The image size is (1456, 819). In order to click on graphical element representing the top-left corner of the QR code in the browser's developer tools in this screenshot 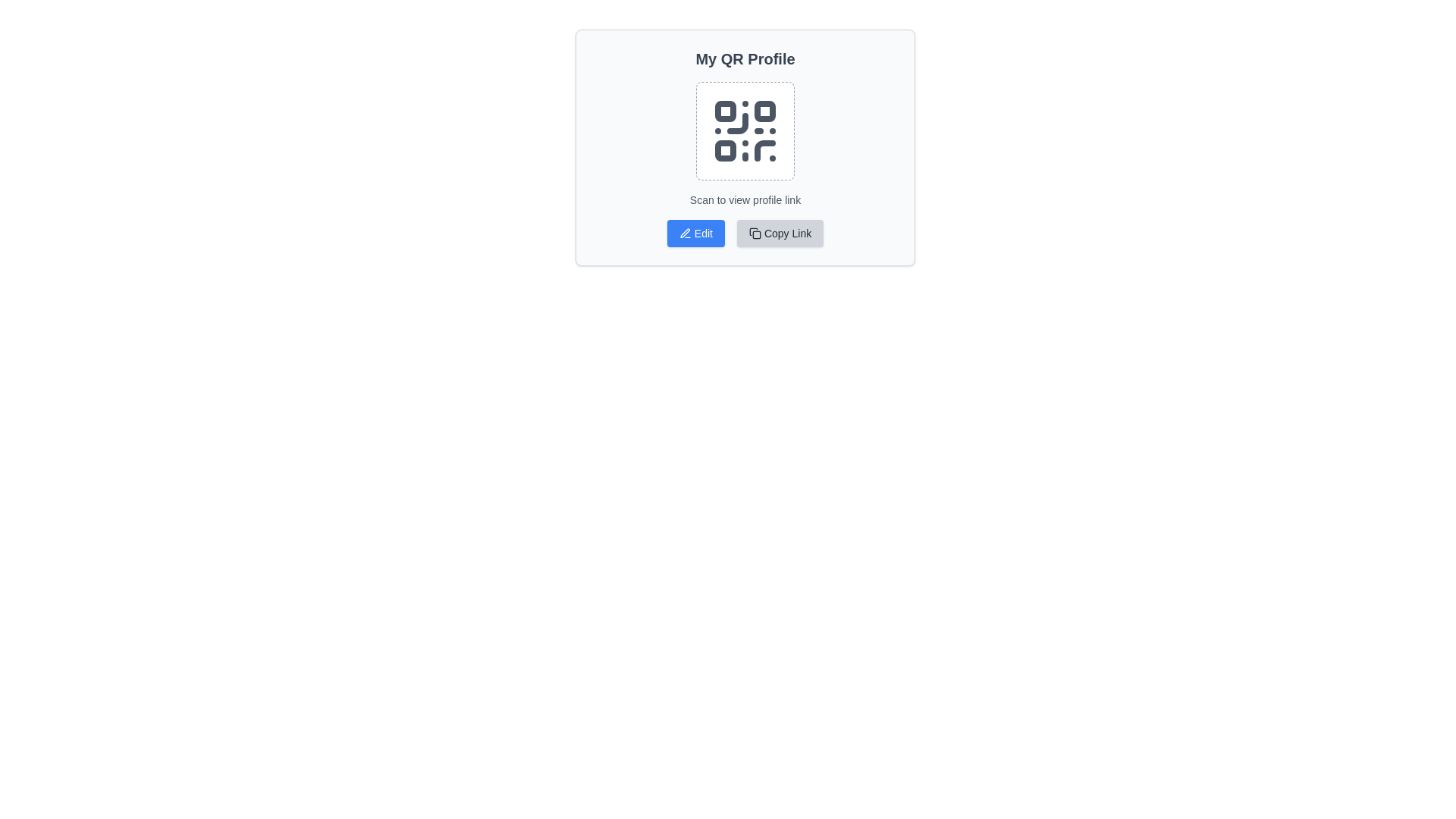, I will do `click(724, 110)`.